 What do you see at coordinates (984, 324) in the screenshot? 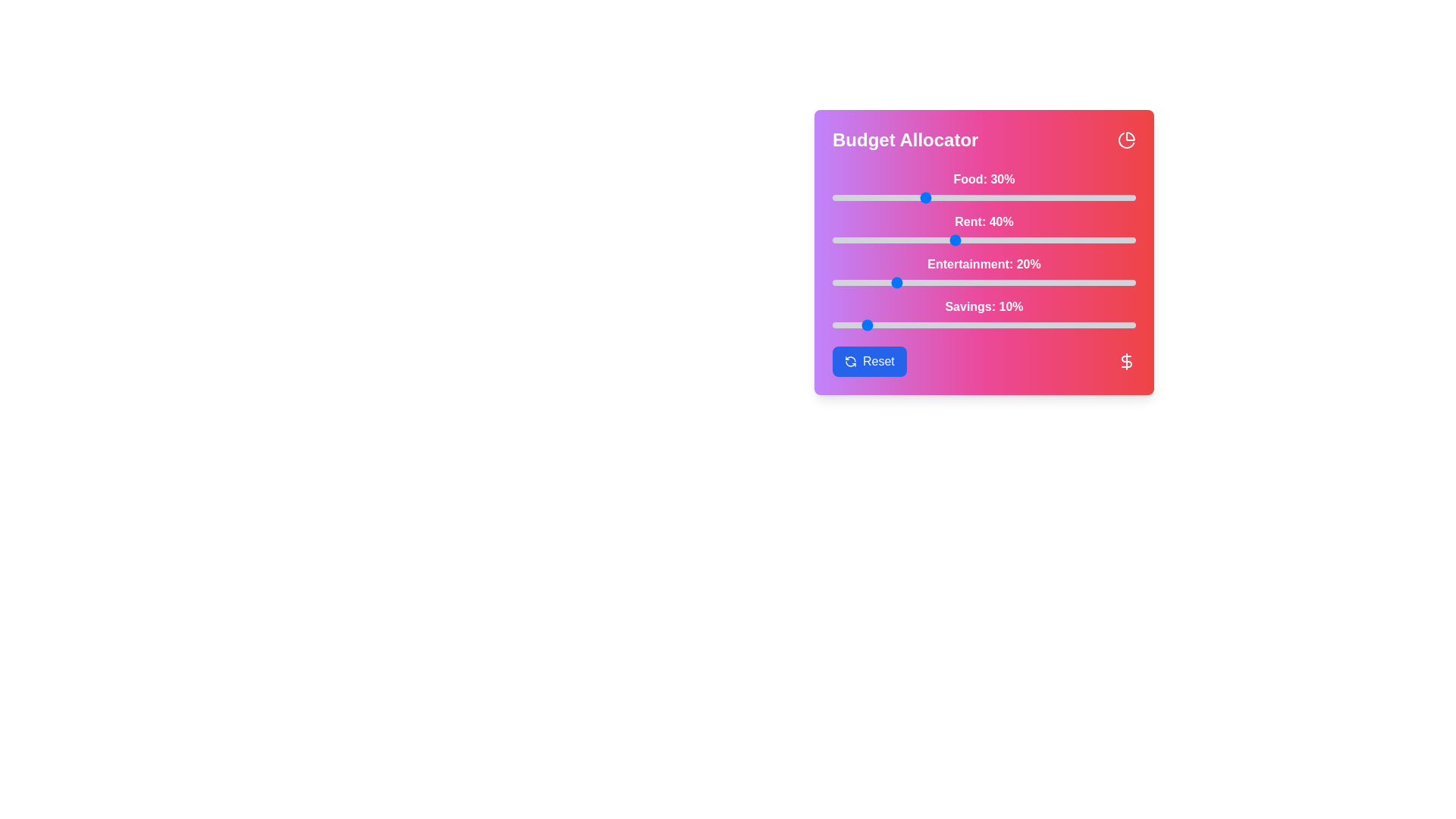
I see `the Range slider input labeled 'Savings: 10%'` at bounding box center [984, 324].